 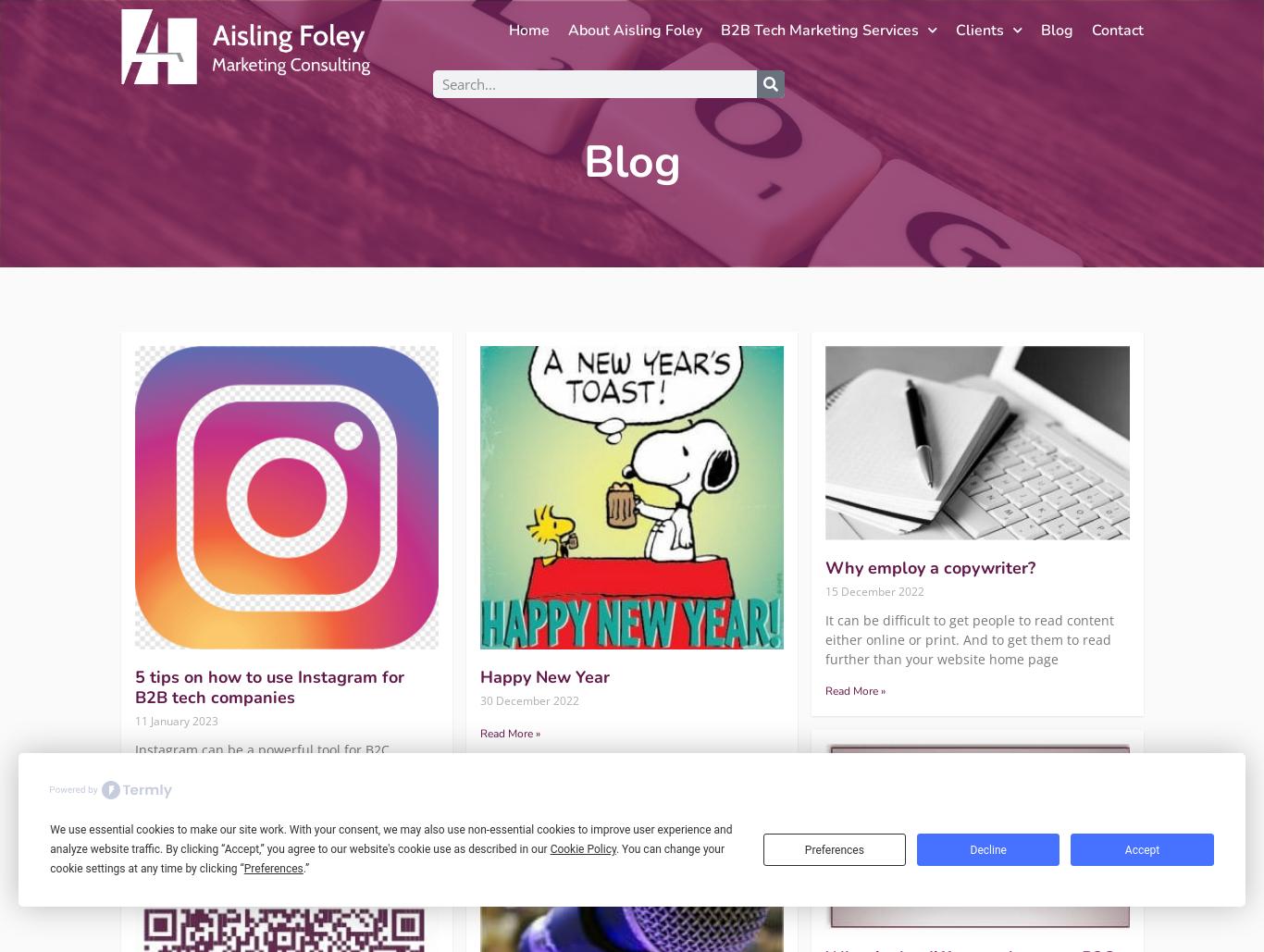 I want to click on '5 tips on how to use Instagram for B2B tech companies', so click(x=132, y=686).